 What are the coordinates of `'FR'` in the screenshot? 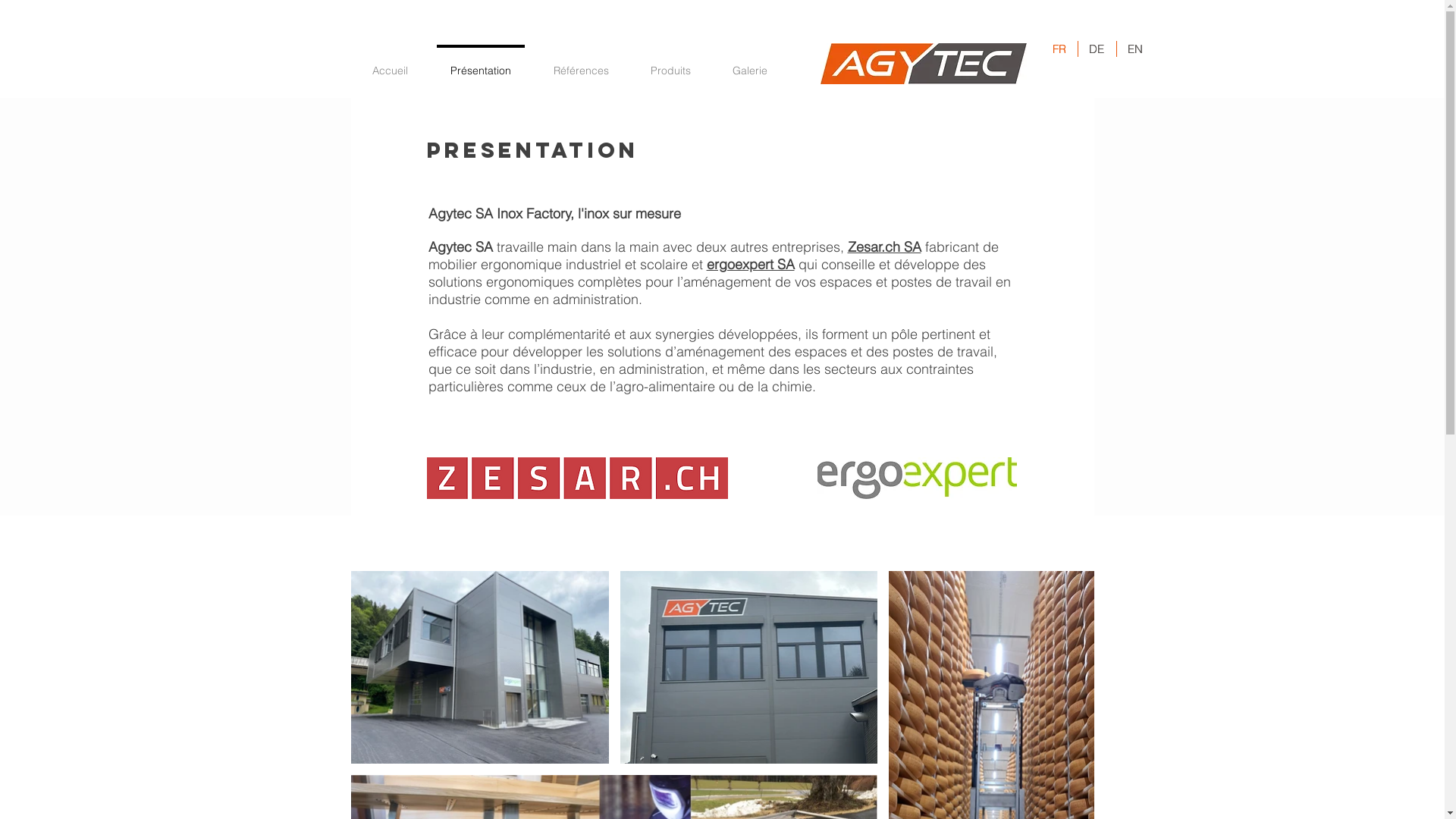 It's located at (1059, 48).